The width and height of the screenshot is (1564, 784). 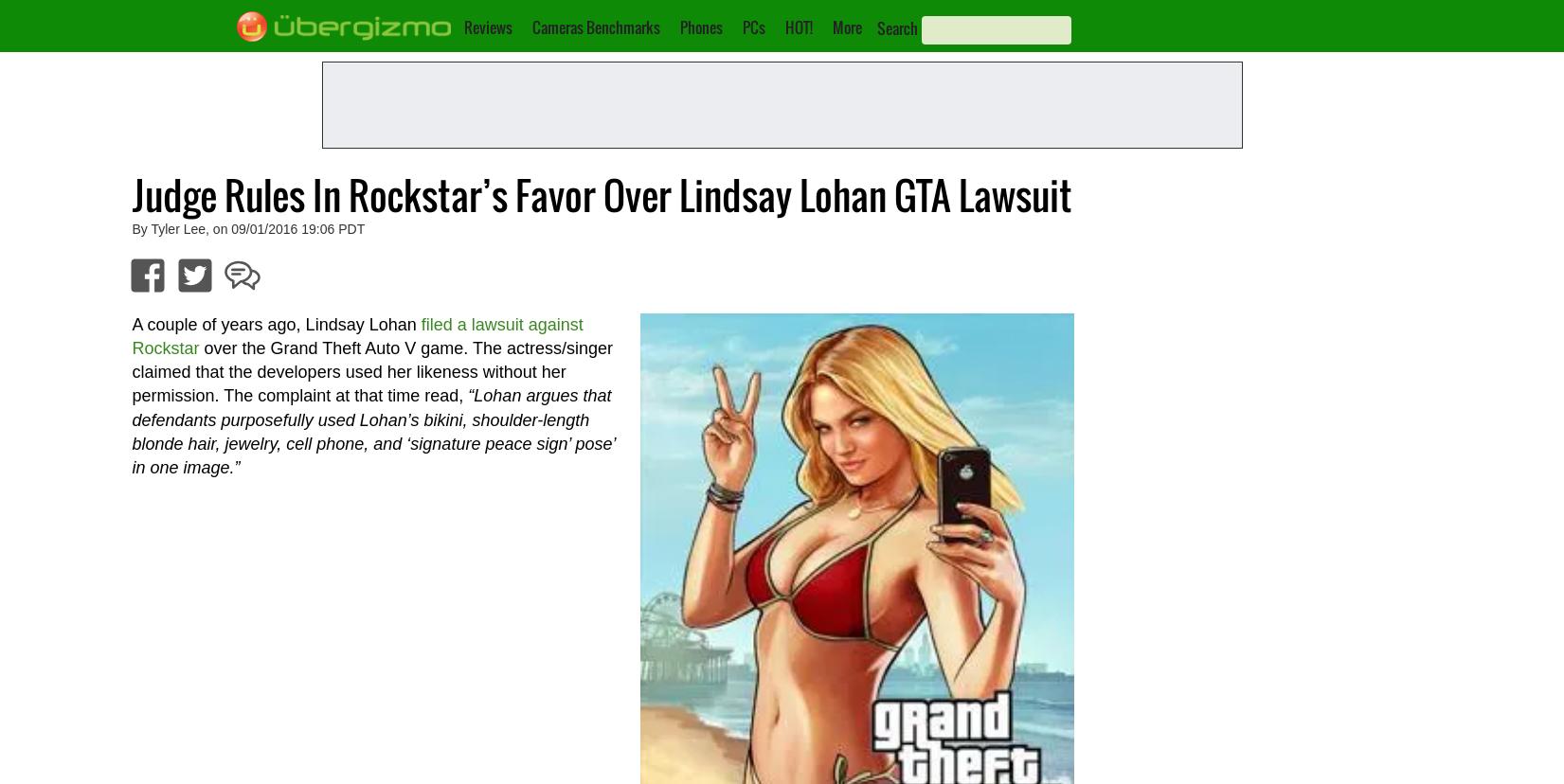 I want to click on 'Reviews', so click(x=487, y=27).